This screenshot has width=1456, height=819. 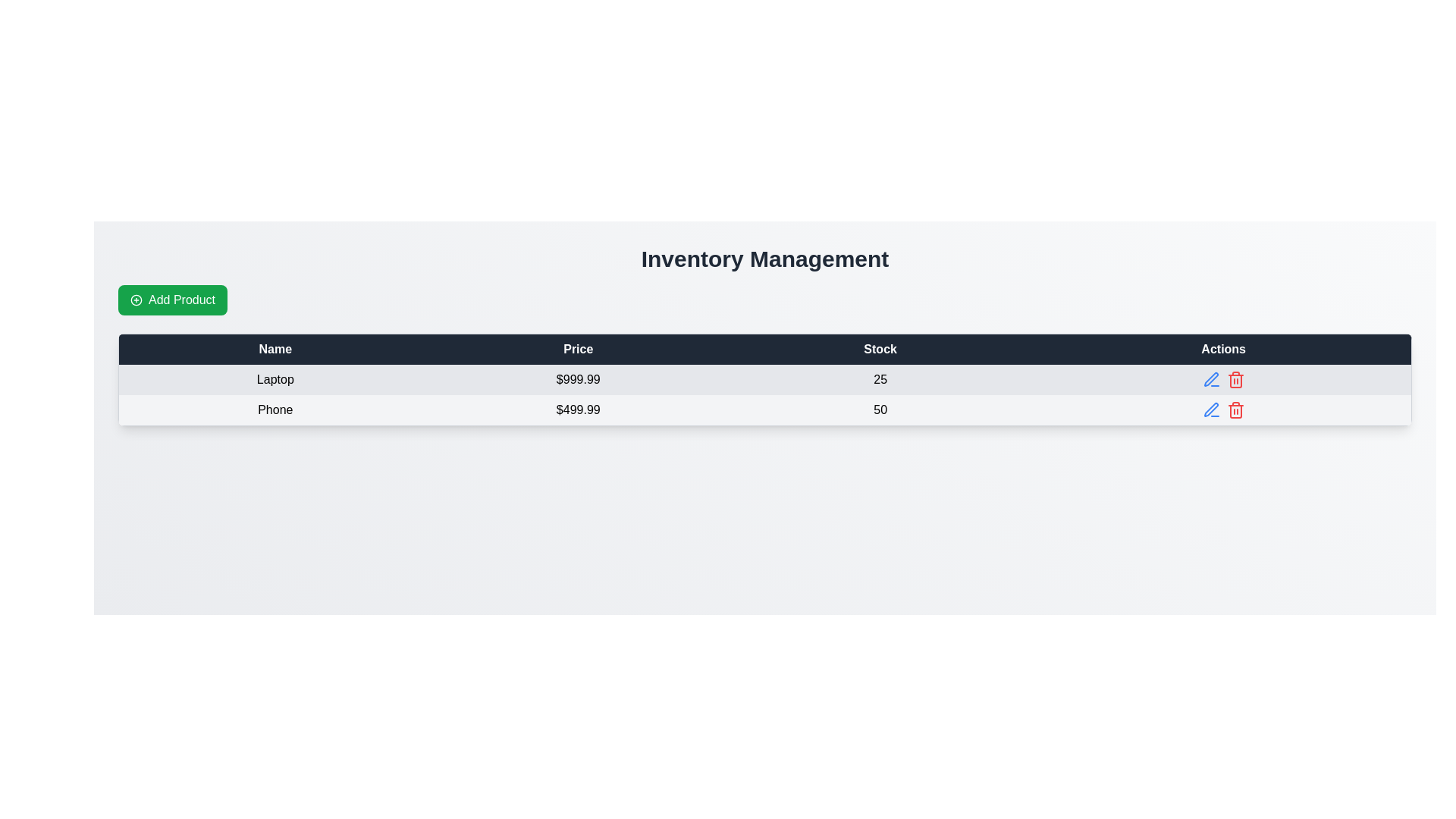 I want to click on the delete icon button located in the 'Actions' column of the last row of the table, so click(x=1235, y=409).